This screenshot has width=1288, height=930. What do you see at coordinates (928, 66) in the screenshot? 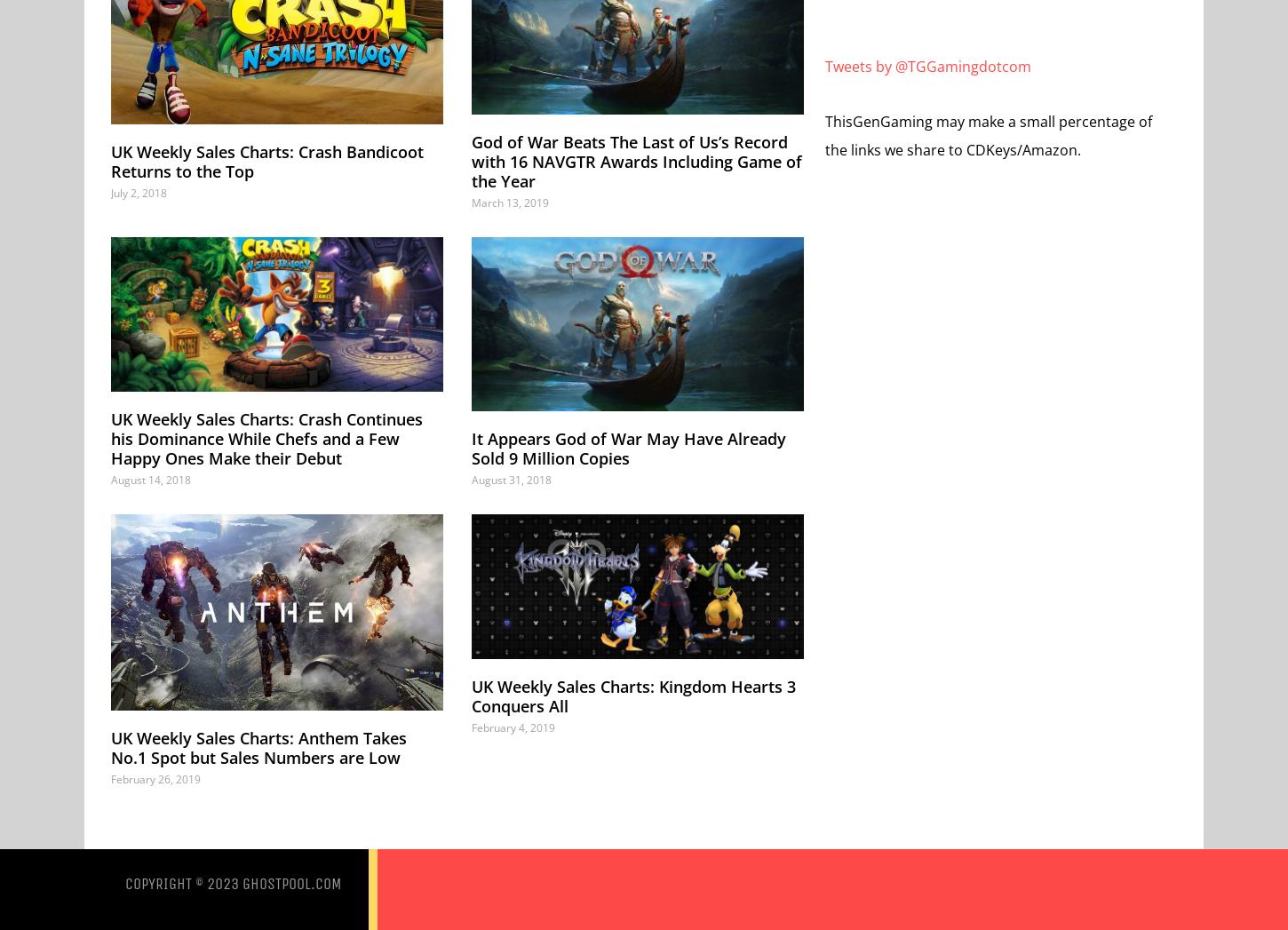
I see `'Tweets by @TGGamingdotcom'` at bounding box center [928, 66].